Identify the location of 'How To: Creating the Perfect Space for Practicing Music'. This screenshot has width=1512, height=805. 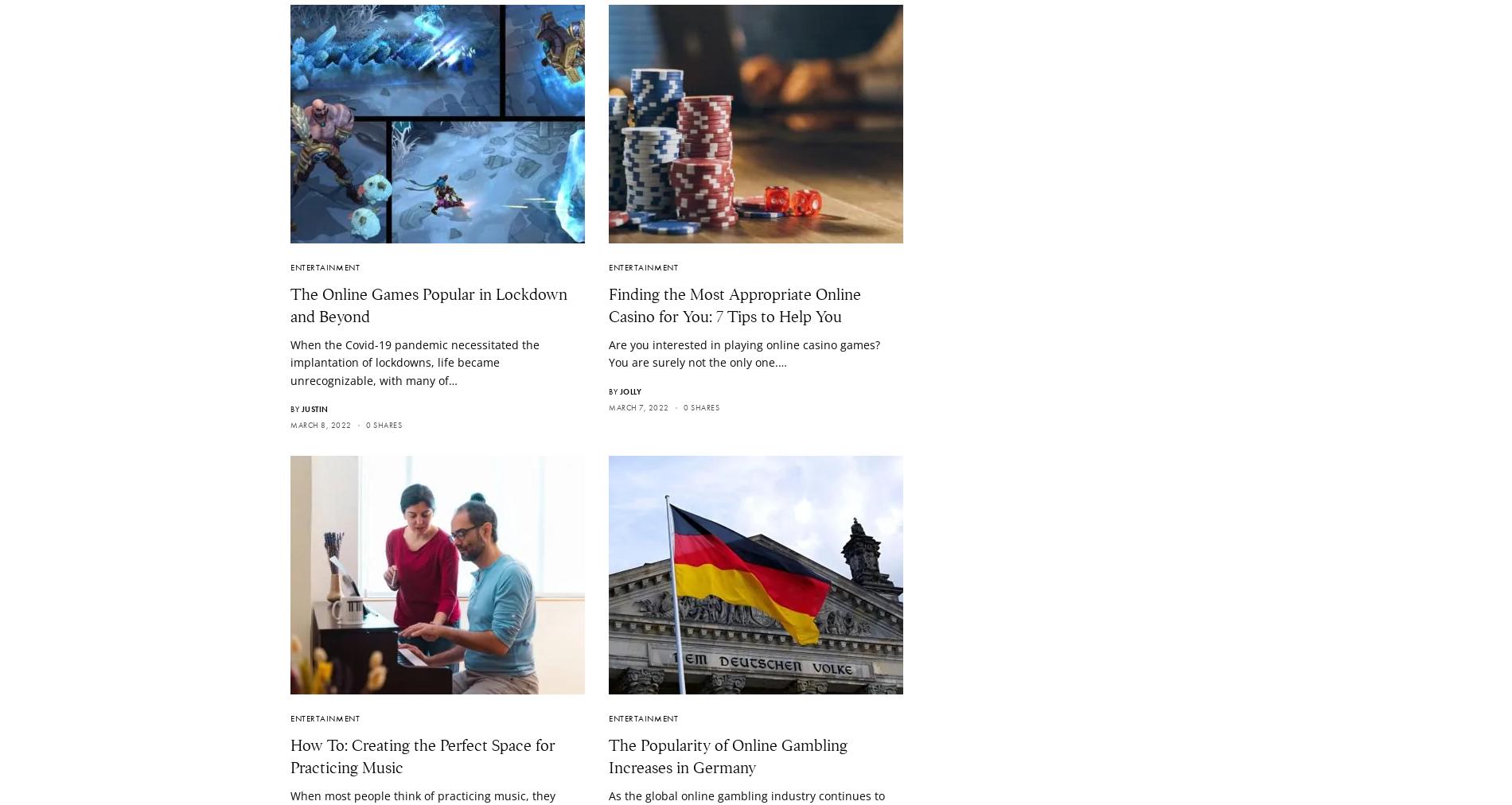
(423, 756).